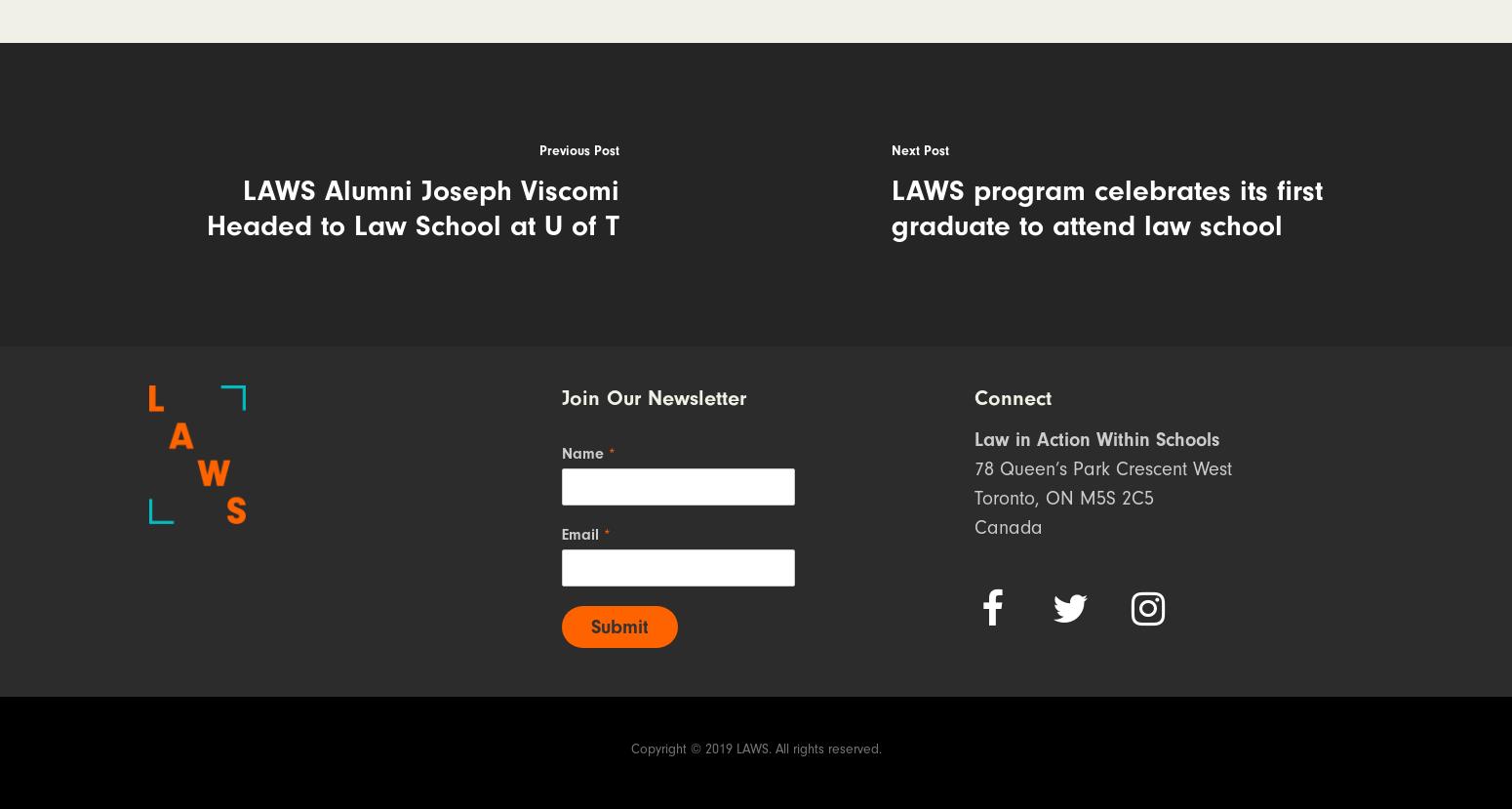  What do you see at coordinates (973, 527) in the screenshot?
I see `'Canada'` at bounding box center [973, 527].